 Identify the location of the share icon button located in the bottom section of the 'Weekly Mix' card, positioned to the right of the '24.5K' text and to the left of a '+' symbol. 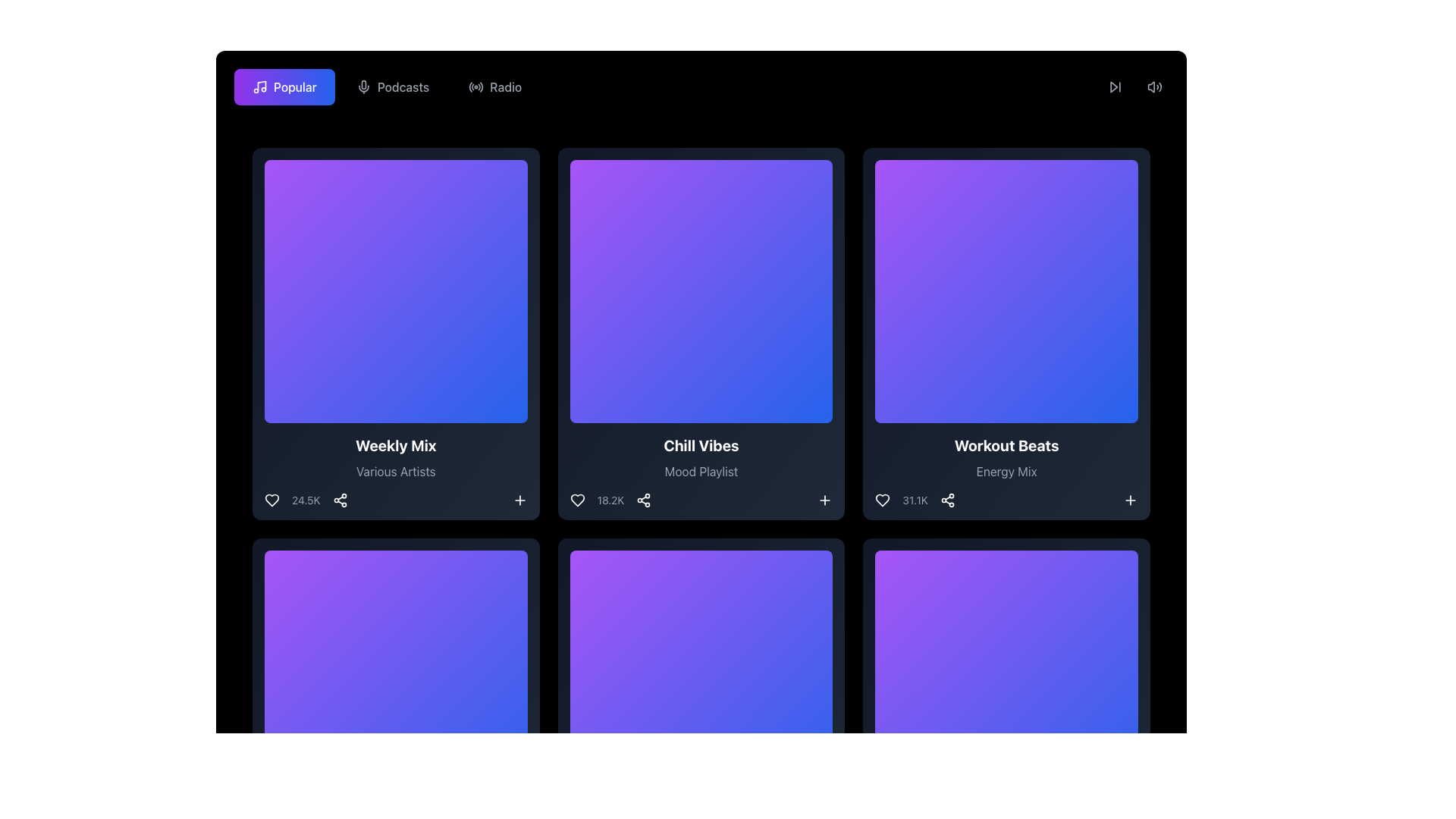
(339, 500).